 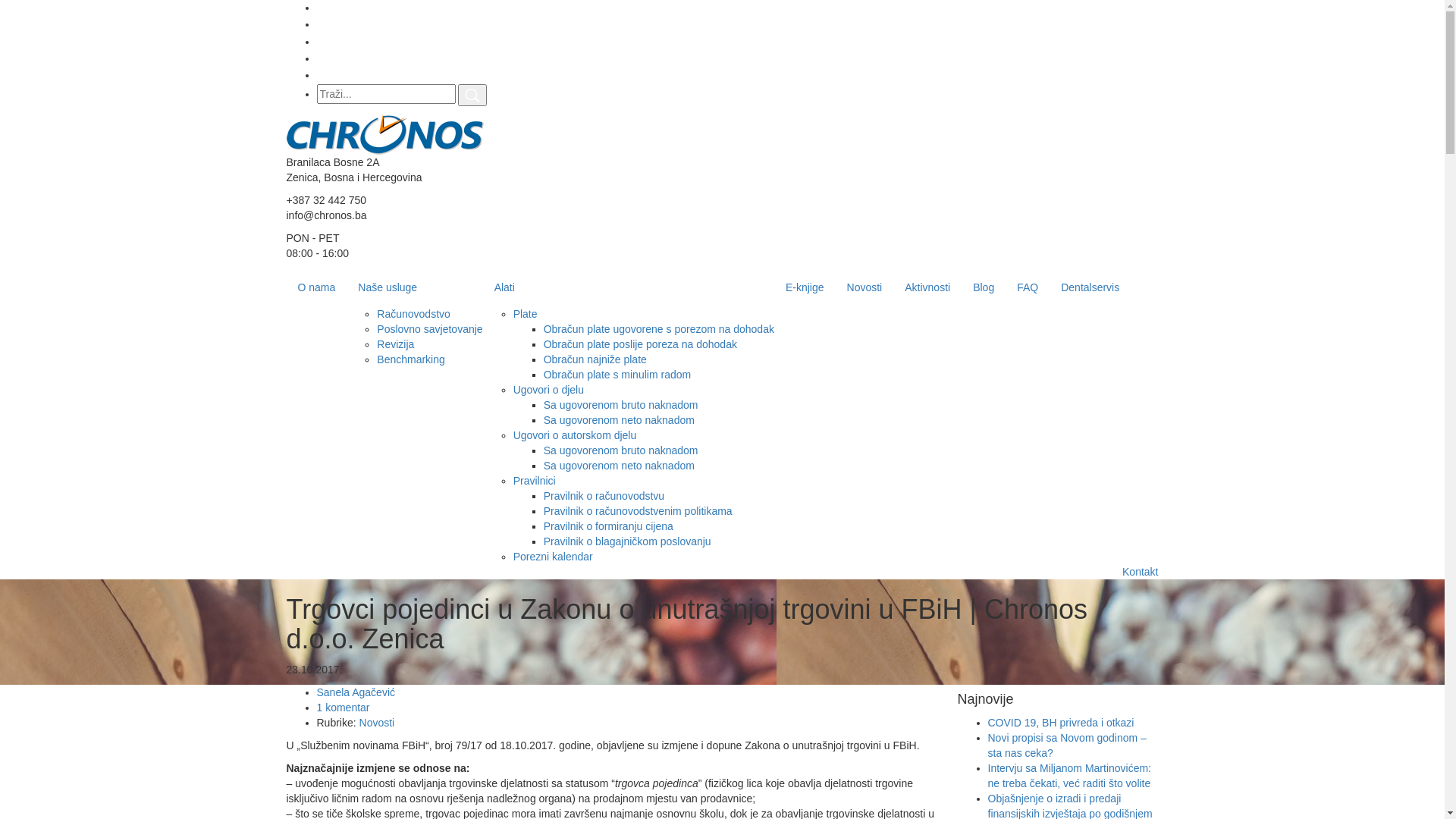 What do you see at coordinates (927, 287) in the screenshot?
I see `'Aktivnosti'` at bounding box center [927, 287].